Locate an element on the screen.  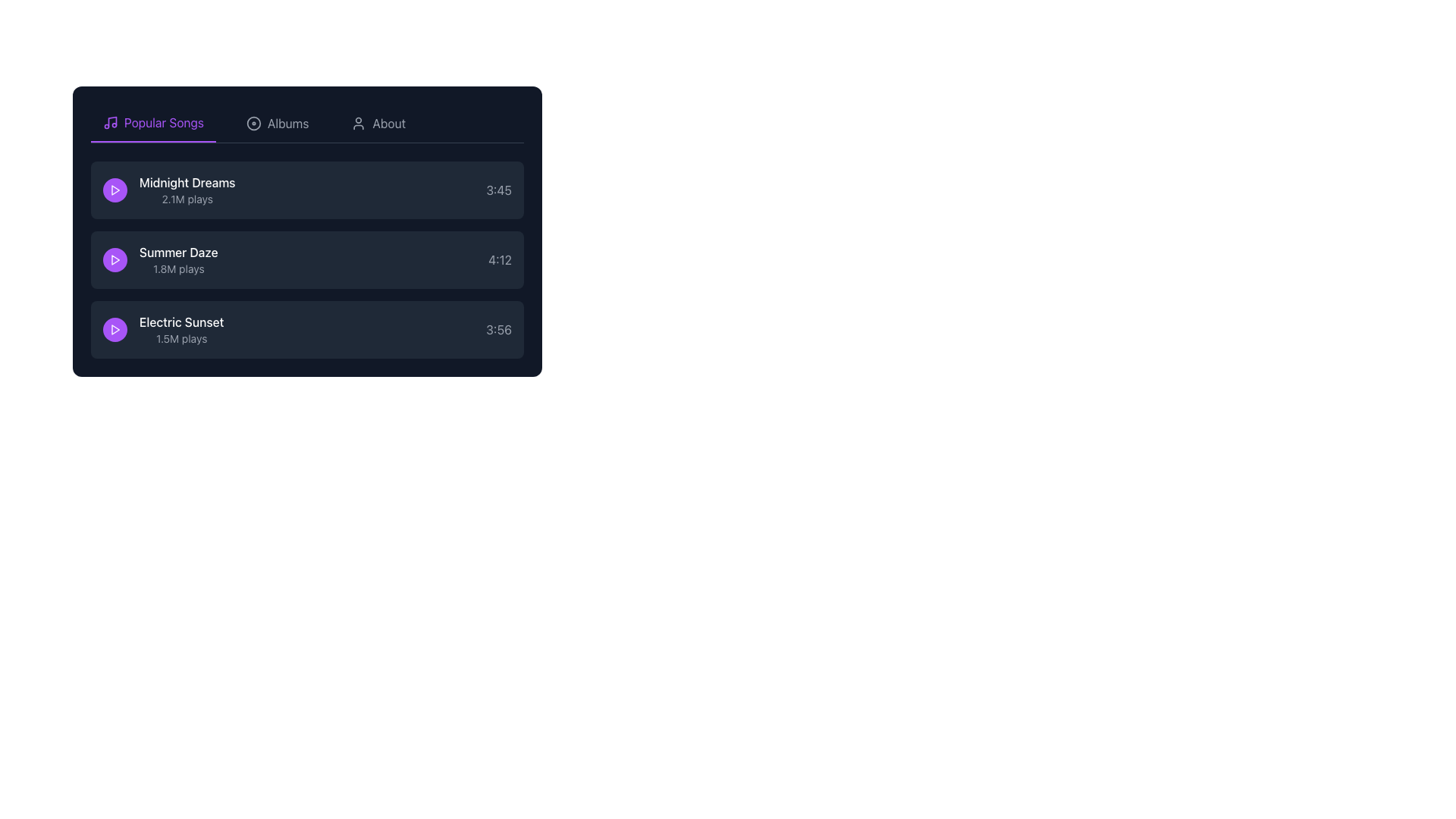
the composite text element displaying the title 'Electric Sunset' and subtitle '1.5M plays', which is positioned to the right of the play button for the track 'Electric Sunset' in the 'Popular Songs' list is located at coordinates (181, 329).